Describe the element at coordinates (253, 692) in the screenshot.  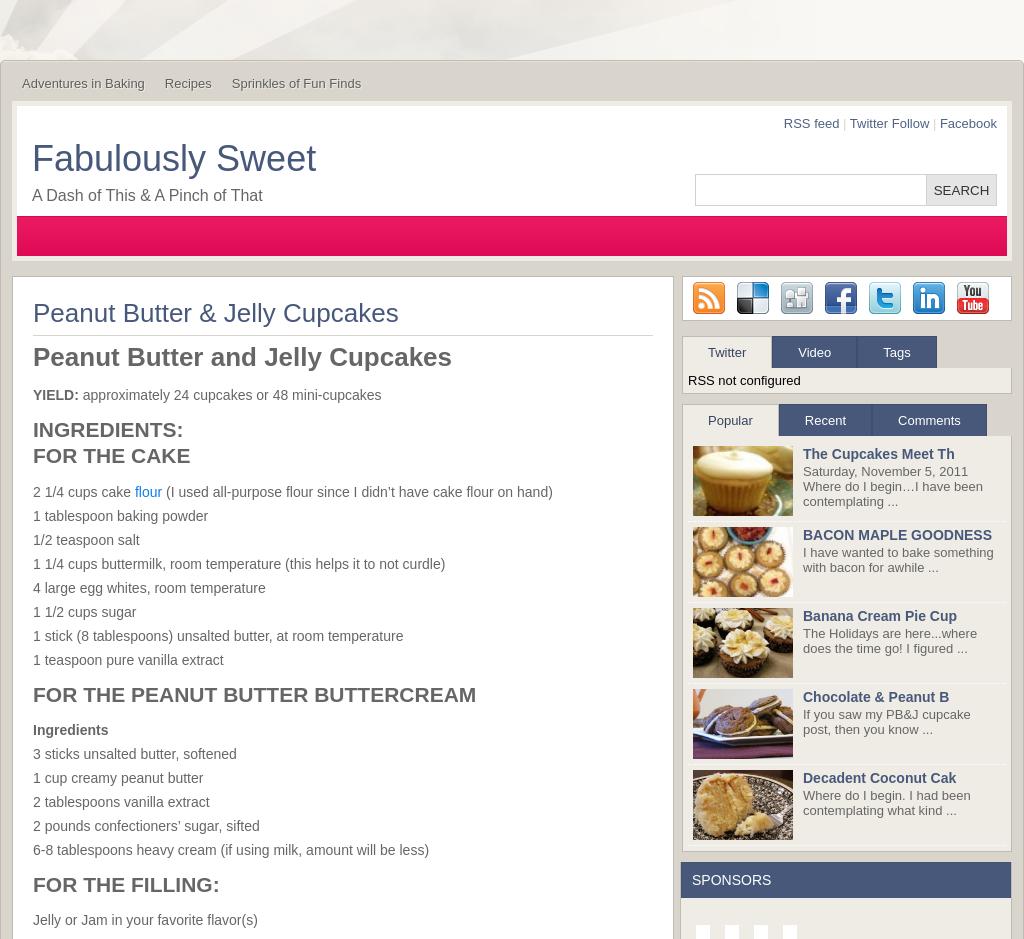
I see `'FOR THE PEANUT BUTTER BUTTERCREAM'` at that location.